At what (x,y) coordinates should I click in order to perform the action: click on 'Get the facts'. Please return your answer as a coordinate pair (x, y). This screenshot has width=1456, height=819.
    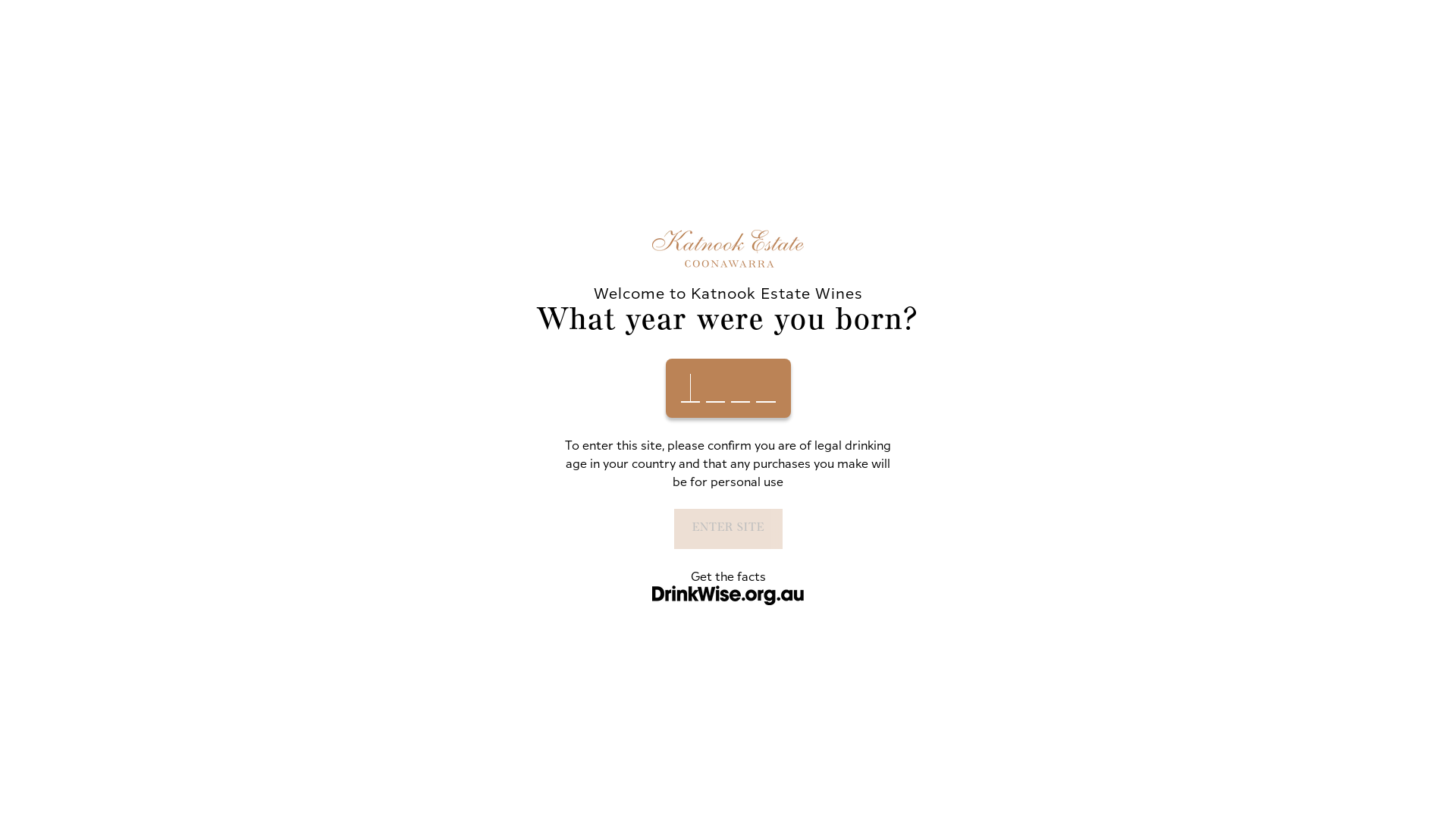
    Looking at the image, I should click on (726, 576).